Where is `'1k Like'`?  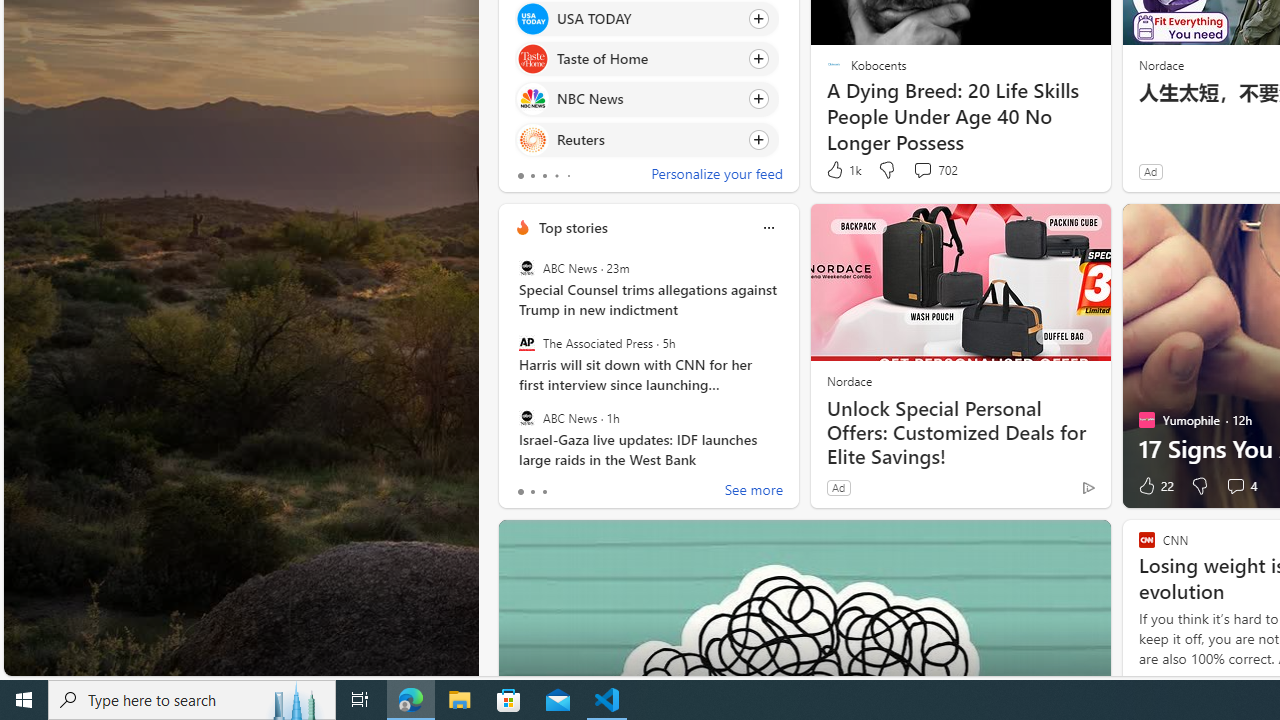 '1k Like' is located at coordinates (842, 169).